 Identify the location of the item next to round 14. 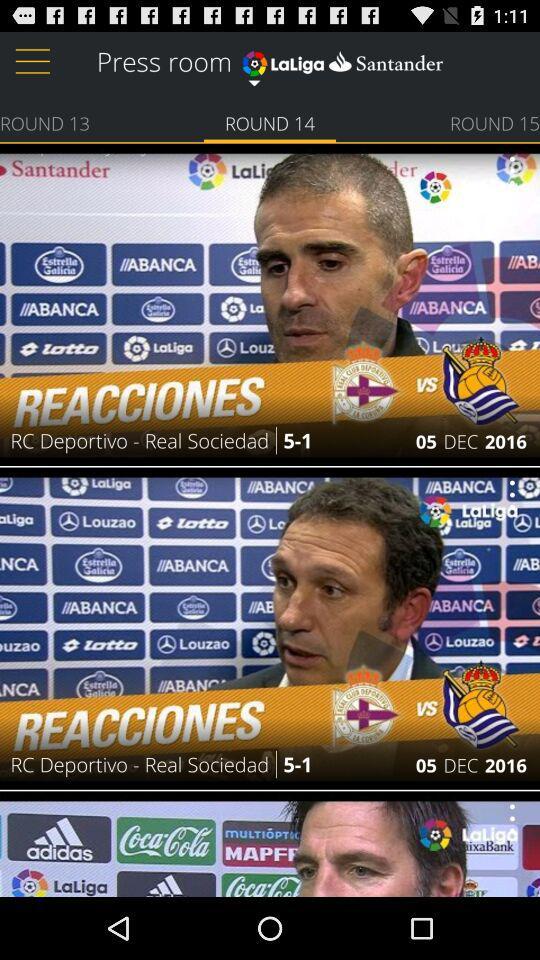
(494, 121).